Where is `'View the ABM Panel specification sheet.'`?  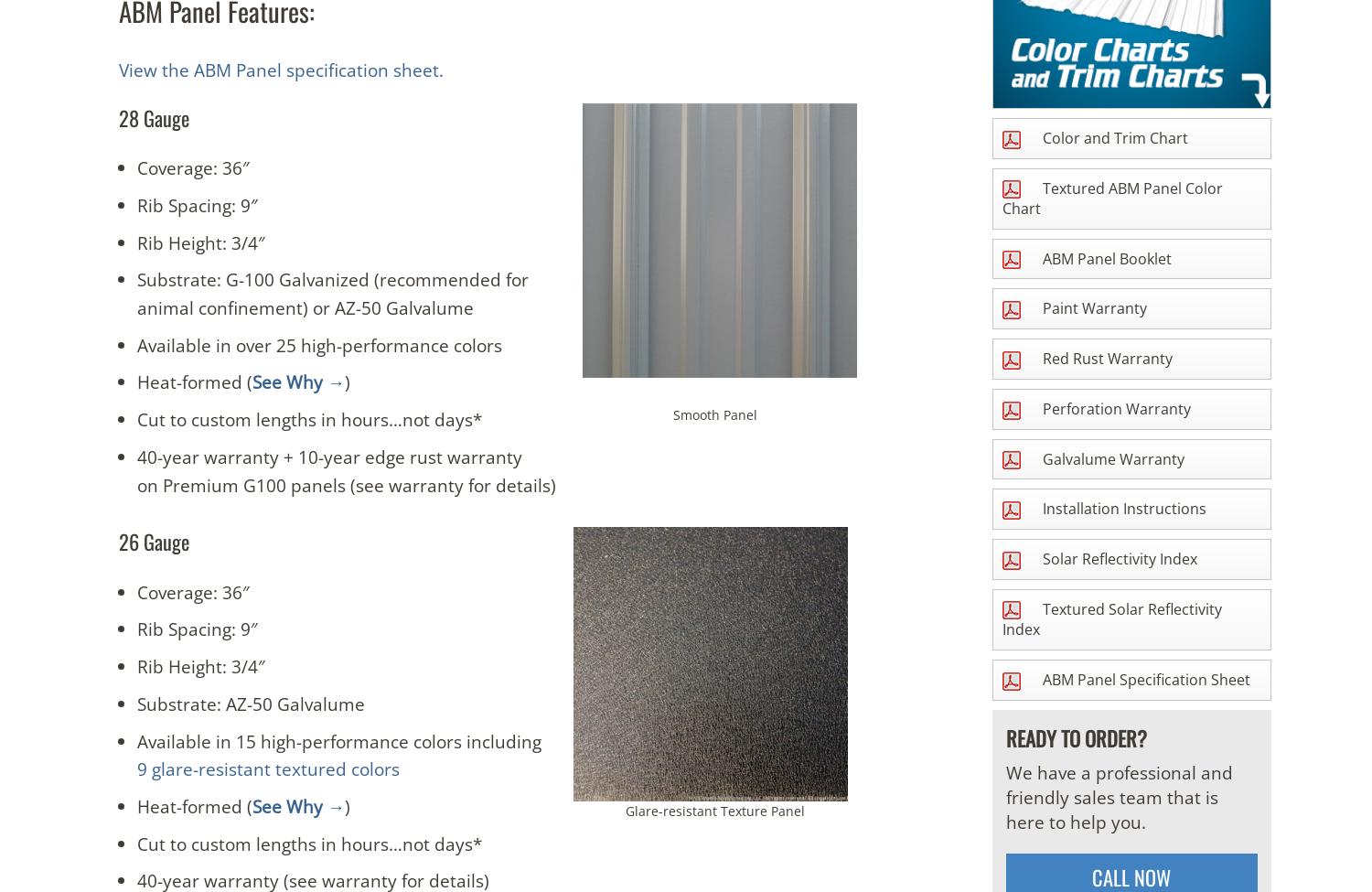 'View the ABM Panel specification sheet.' is located at coordinates (281, 70).